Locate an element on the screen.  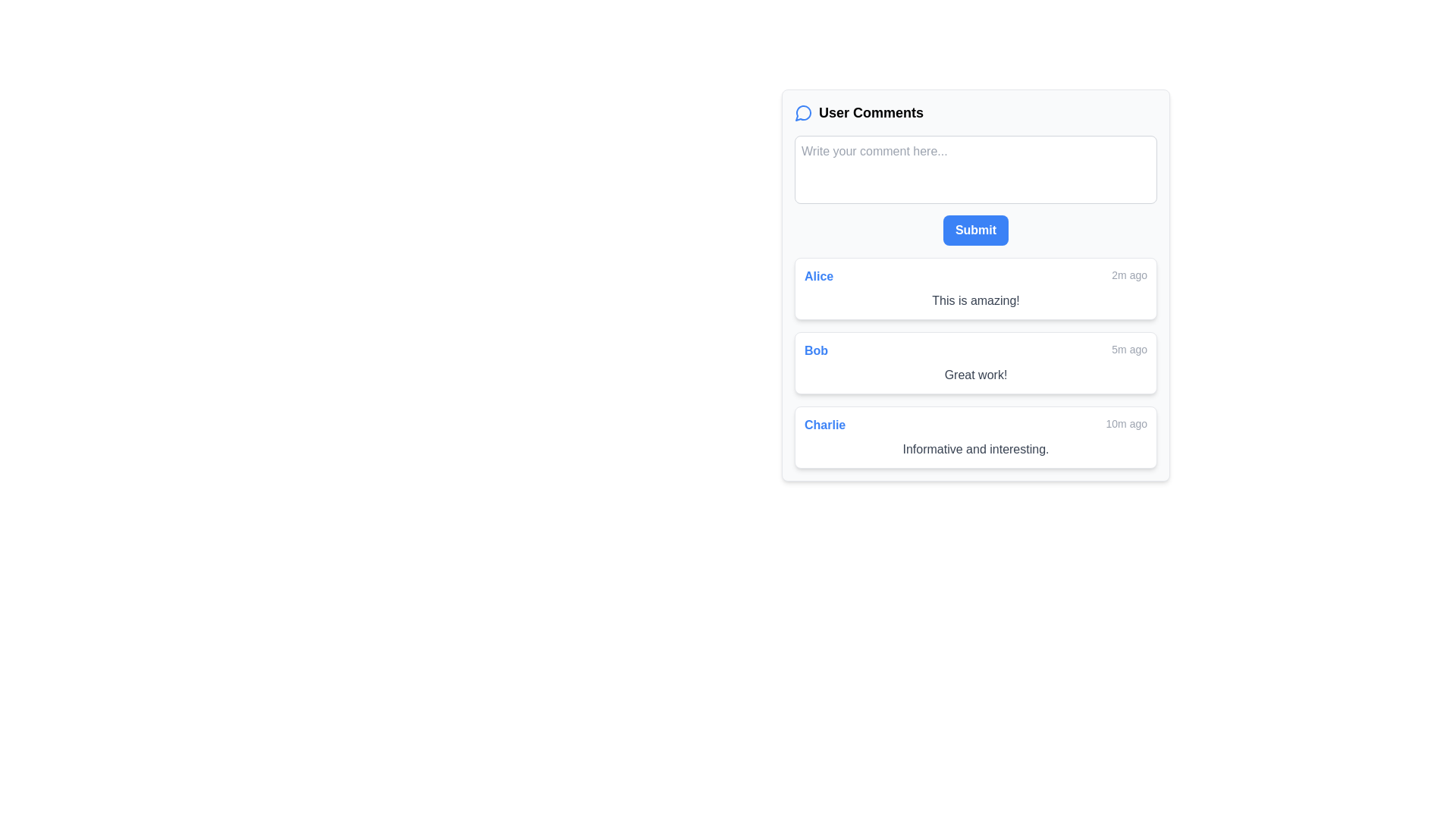
the Text label element that serves as the section title for the user comment section, located next to a speech bubble icon is located at coordinates (871, 112).